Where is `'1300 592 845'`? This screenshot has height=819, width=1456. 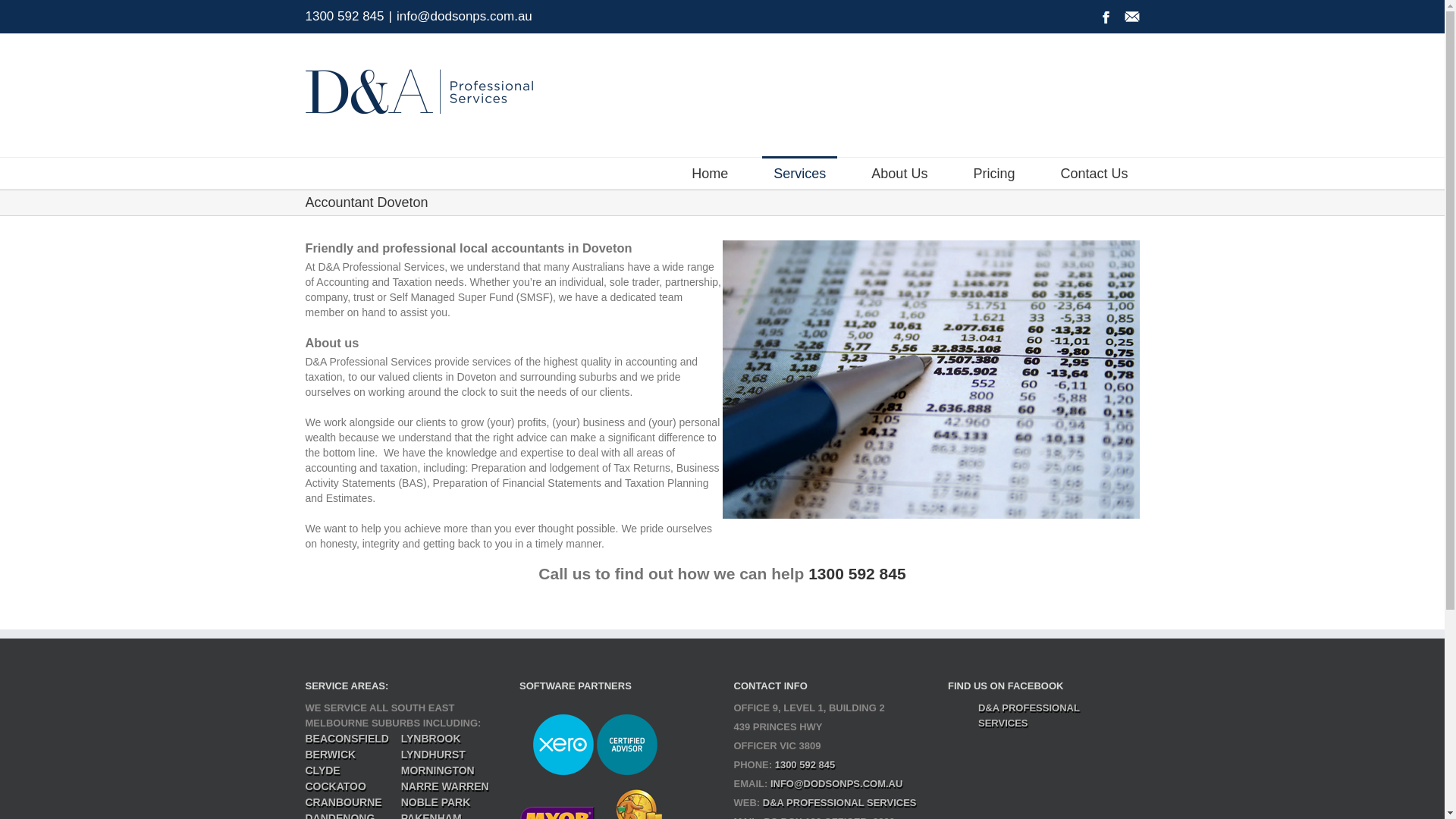
'1300 592 845' is located at coordinates (344, 16).